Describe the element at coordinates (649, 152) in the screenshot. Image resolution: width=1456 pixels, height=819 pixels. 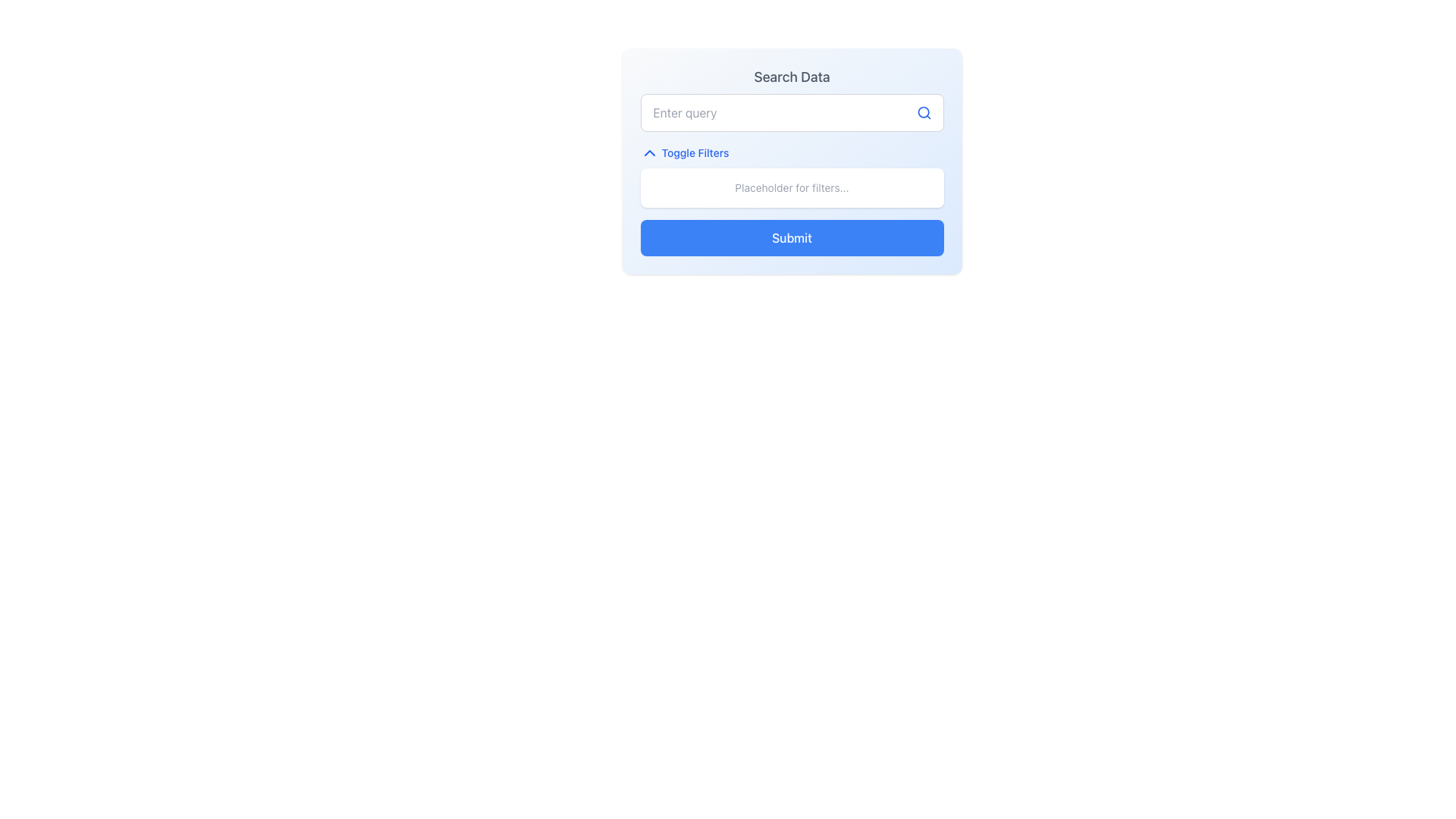
I see `the chevron icon located to the left of the 'Toggle Filters' label to trigger any hover effects` at that location.